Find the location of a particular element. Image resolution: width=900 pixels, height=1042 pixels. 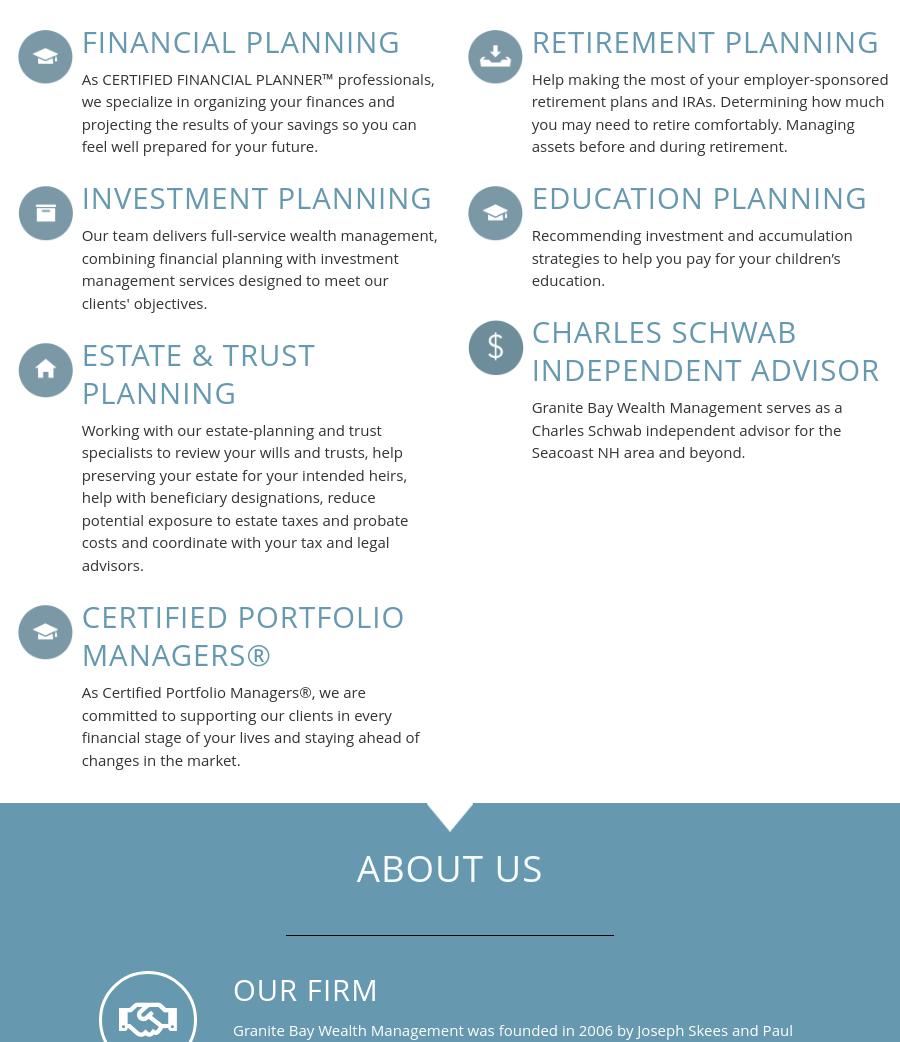

'CHARLES SCHWAB INDEPENDENT ADVISOR' is located at coordinates (704, 350).